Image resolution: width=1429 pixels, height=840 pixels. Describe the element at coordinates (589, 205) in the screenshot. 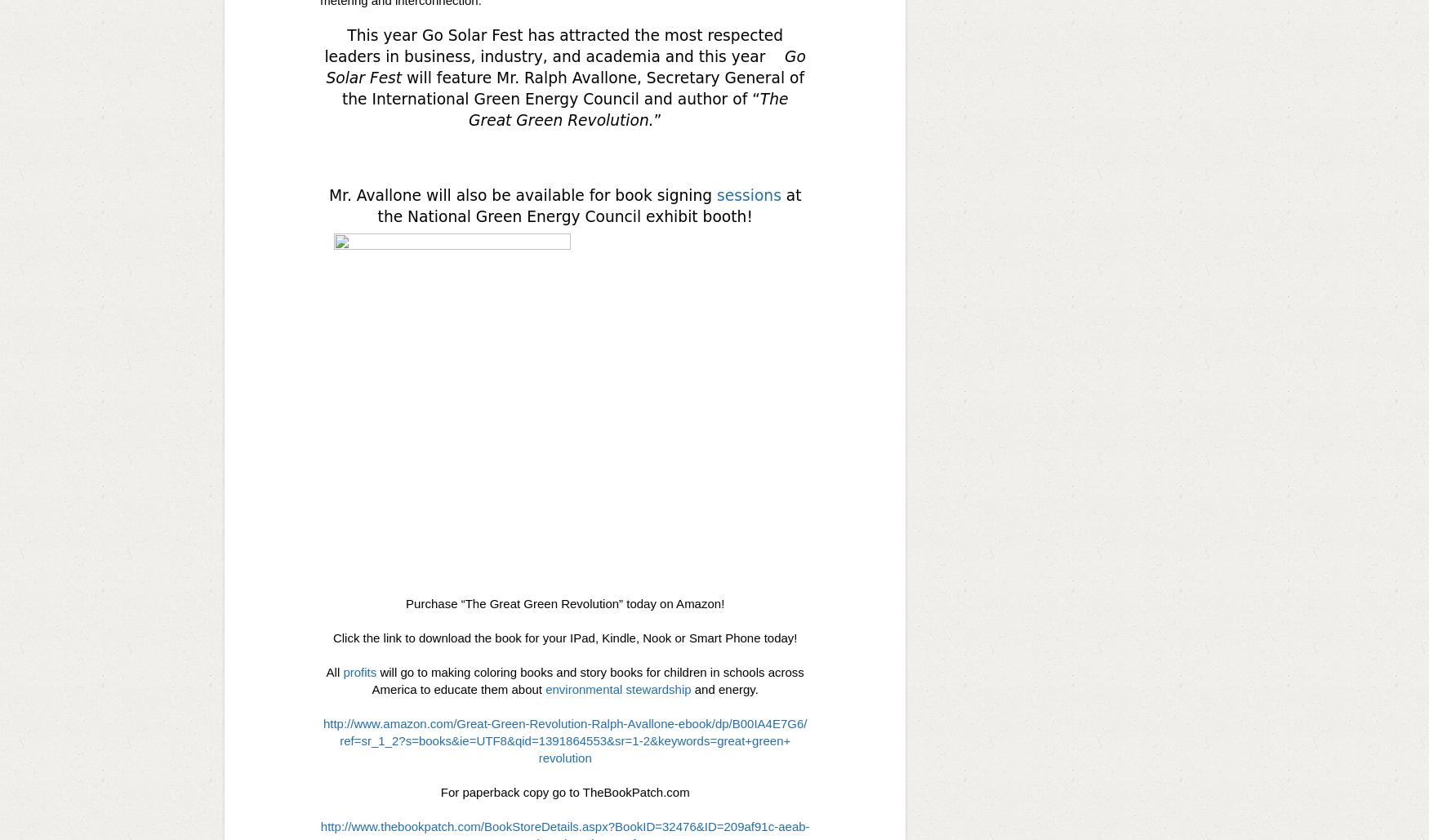

I see `'at the National Green Energy Council exhibit booth!'` at that location.